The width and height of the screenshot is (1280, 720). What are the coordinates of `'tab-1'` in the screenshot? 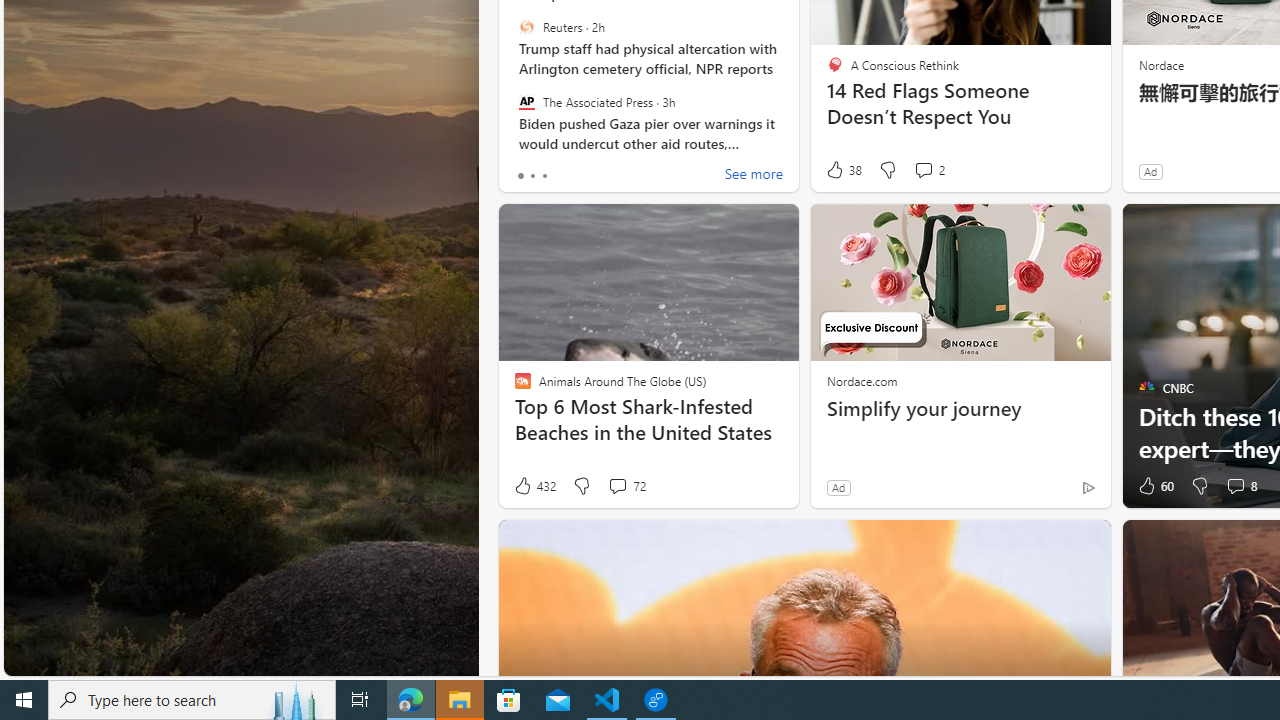 It's located at (532, 175).